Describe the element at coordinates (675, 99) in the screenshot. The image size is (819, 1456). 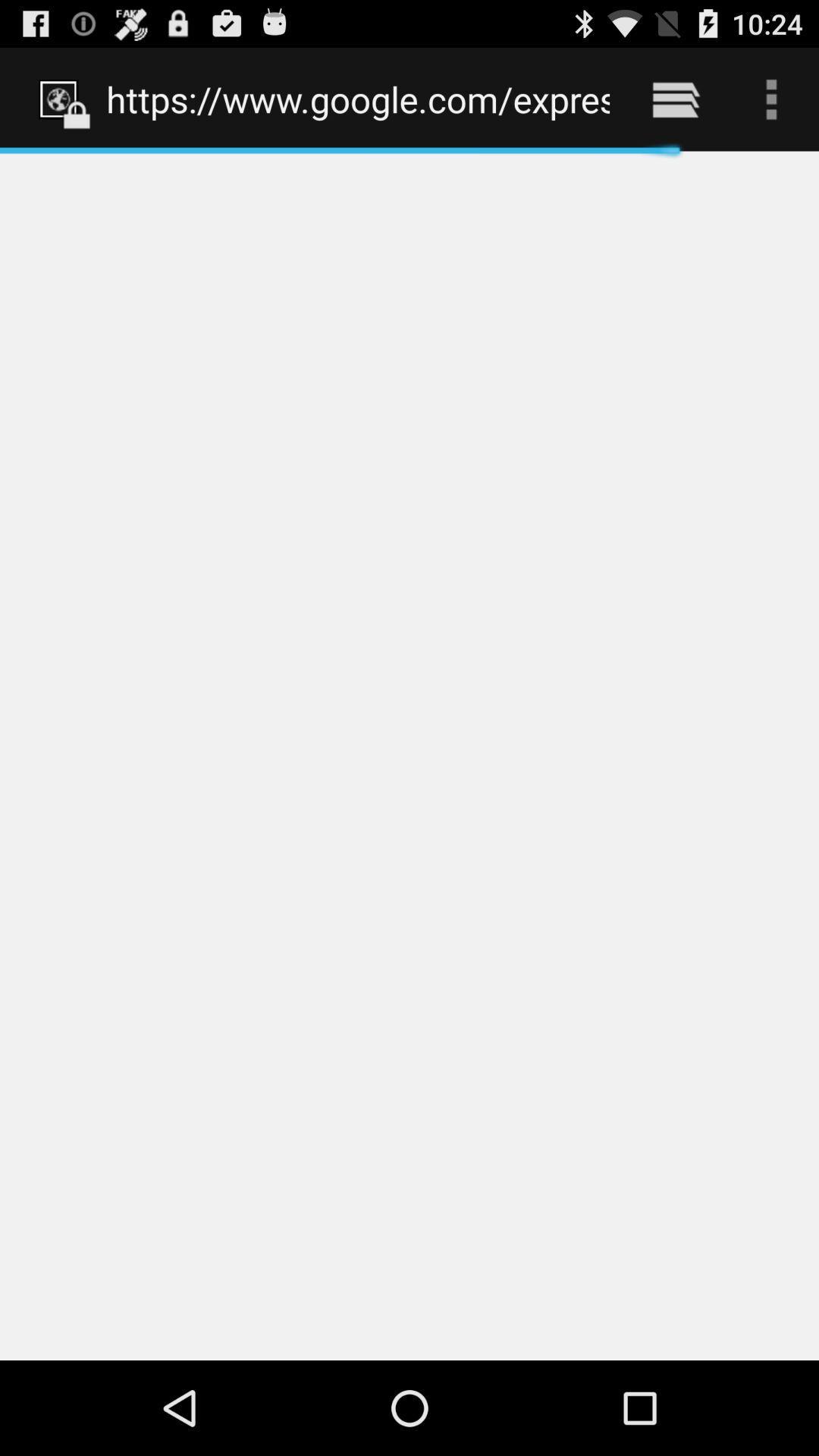
I see `icon next to https www google` at that location.